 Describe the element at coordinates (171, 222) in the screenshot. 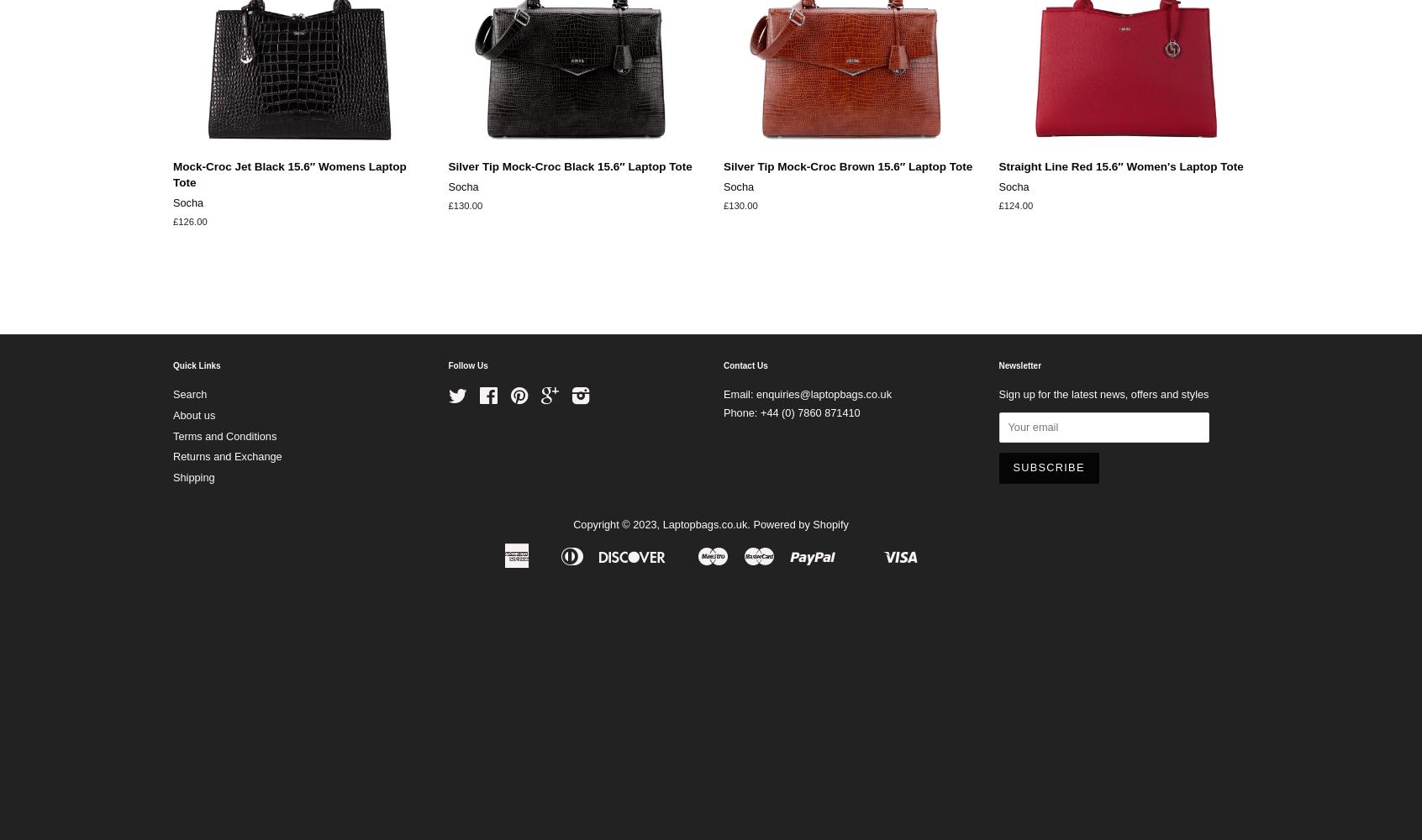

I see `'£126.00'` at that location.